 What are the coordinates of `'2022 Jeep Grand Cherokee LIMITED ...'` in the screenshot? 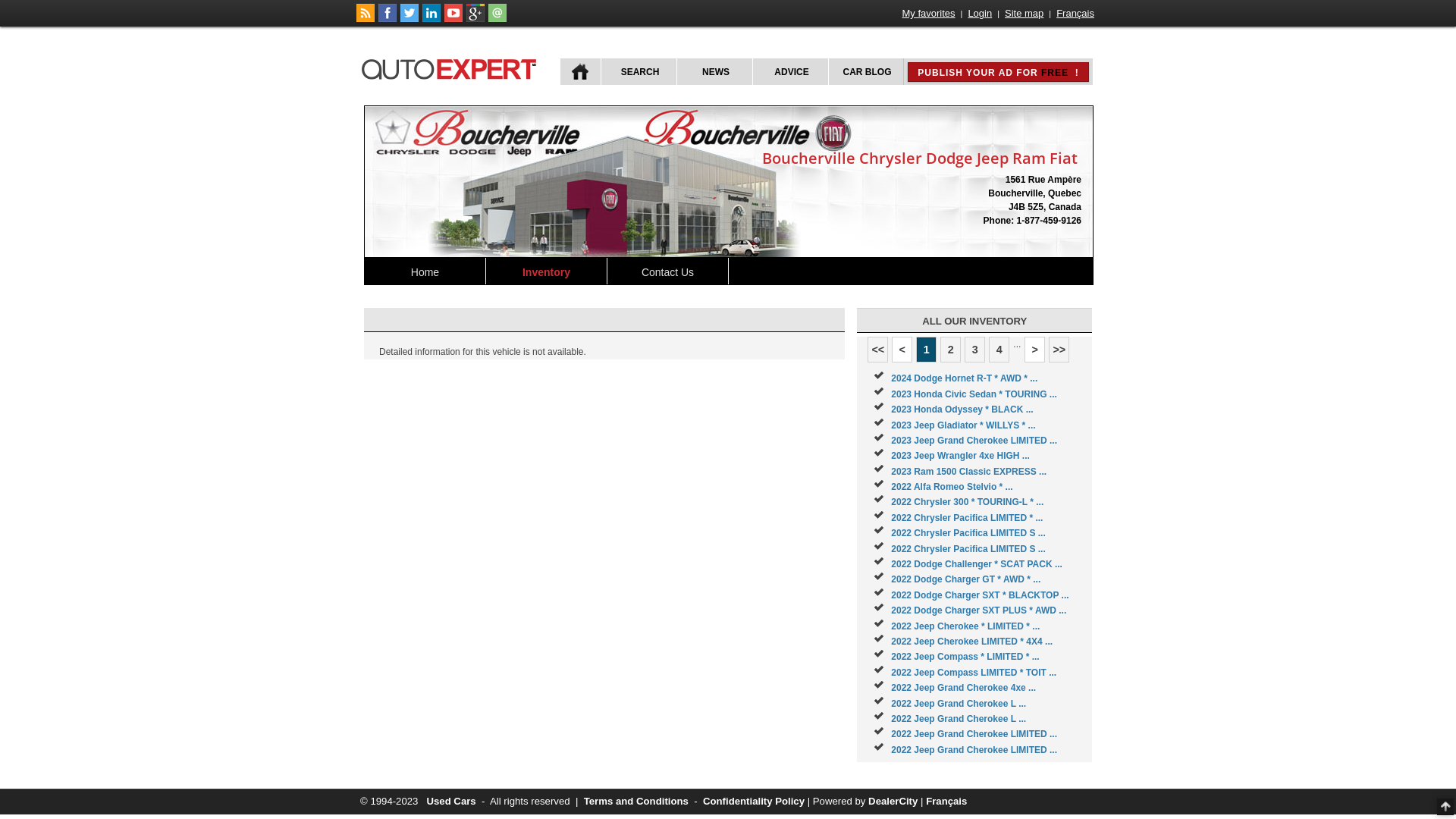 It's located at (974, 748).